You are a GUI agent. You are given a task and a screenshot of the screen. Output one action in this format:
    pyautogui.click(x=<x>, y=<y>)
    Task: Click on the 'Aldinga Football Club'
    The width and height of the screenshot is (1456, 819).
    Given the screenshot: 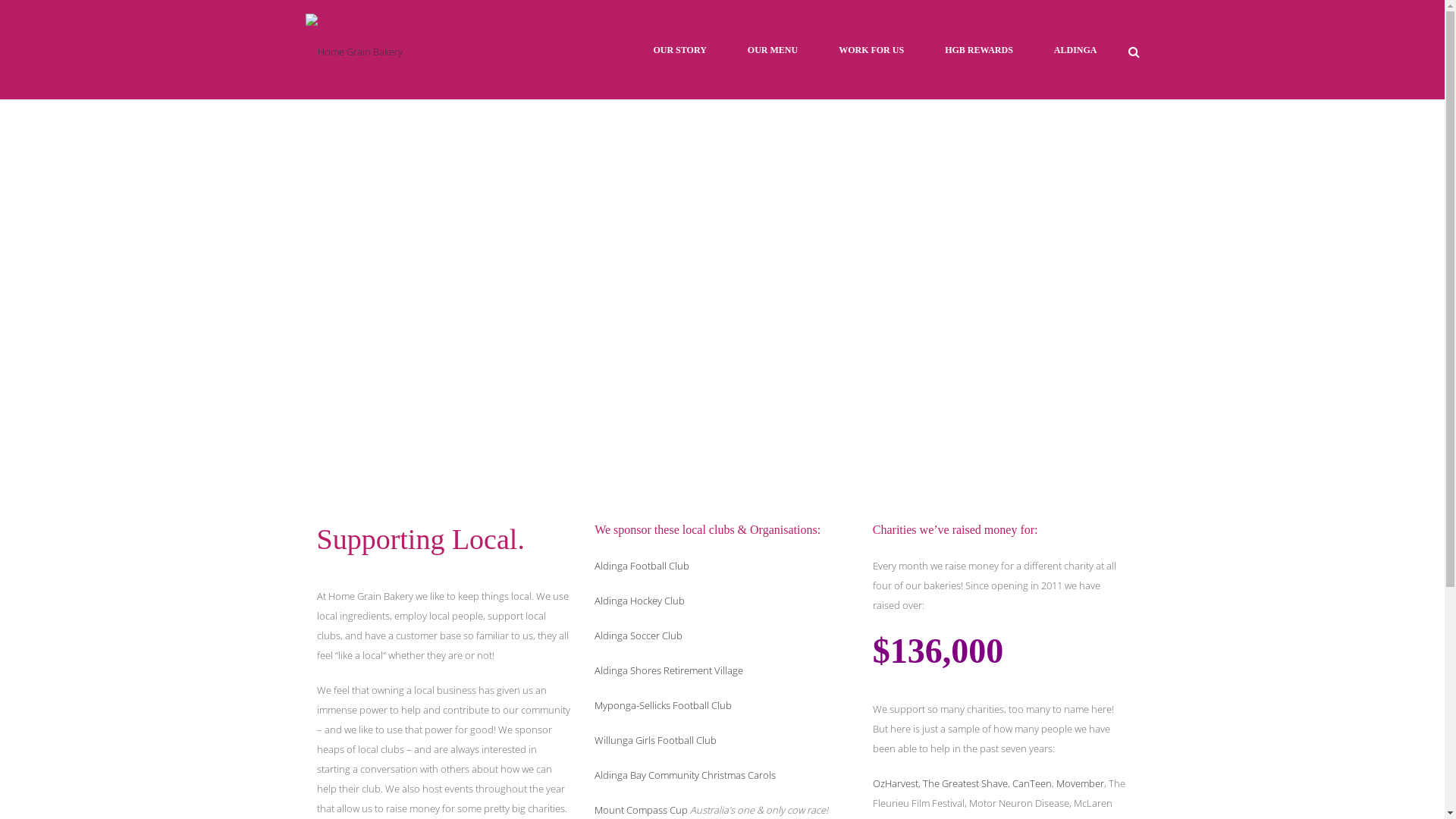 What is the action you would take?
    pyautogui.click(x=642, y=565)
    